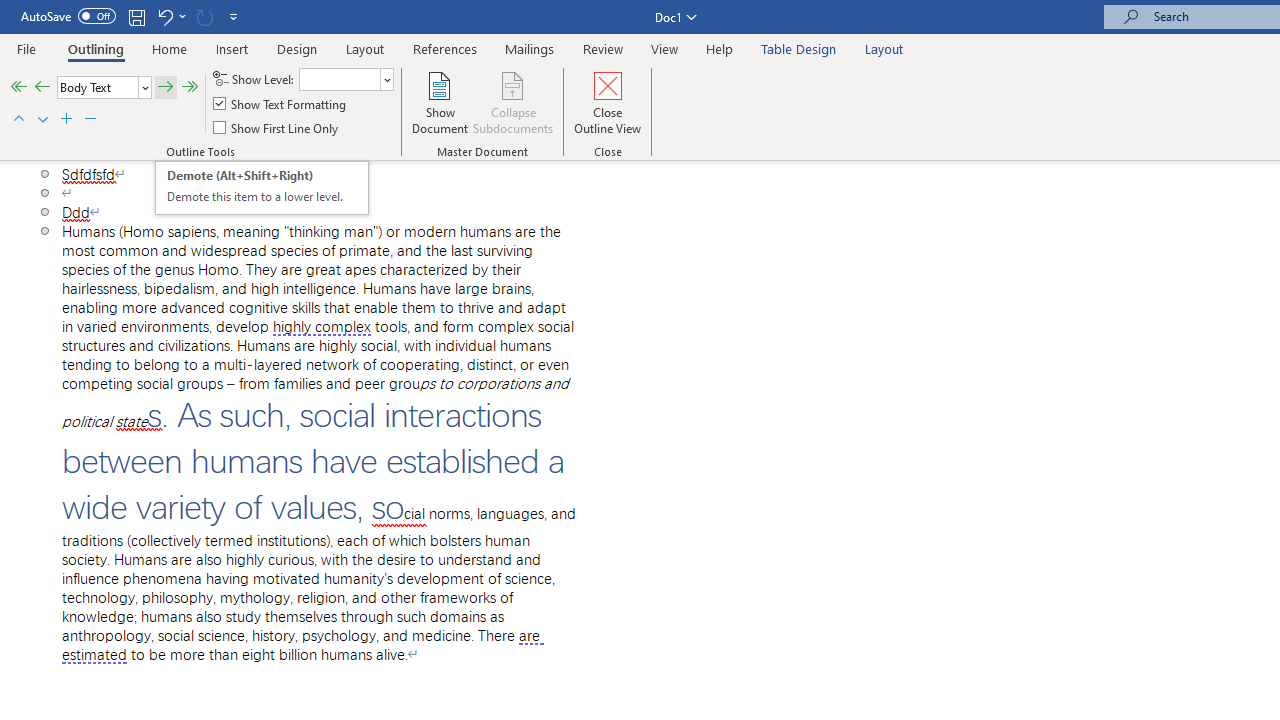 The width and height of the screenshot is (1280, 720). What do you see at coordinates (42, 119) in the screenshot?
I see `'Move Down'` at bounding box center [42, 119].